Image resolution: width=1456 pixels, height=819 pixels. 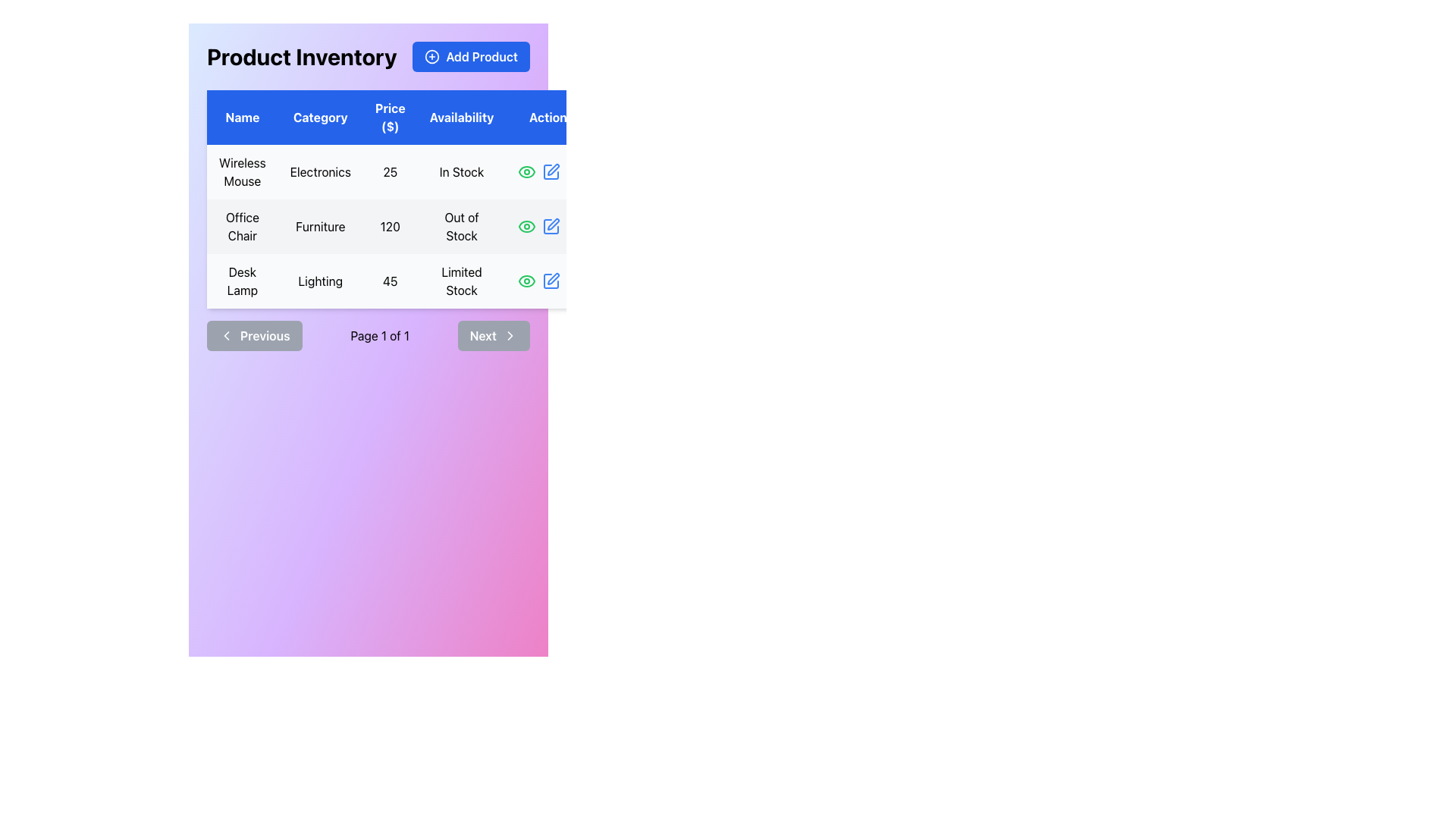 I want to click on the green eye icon button located in the second row of the table under the 'Actions' column for the item 'Office Chair', so click(x=527, y=227).